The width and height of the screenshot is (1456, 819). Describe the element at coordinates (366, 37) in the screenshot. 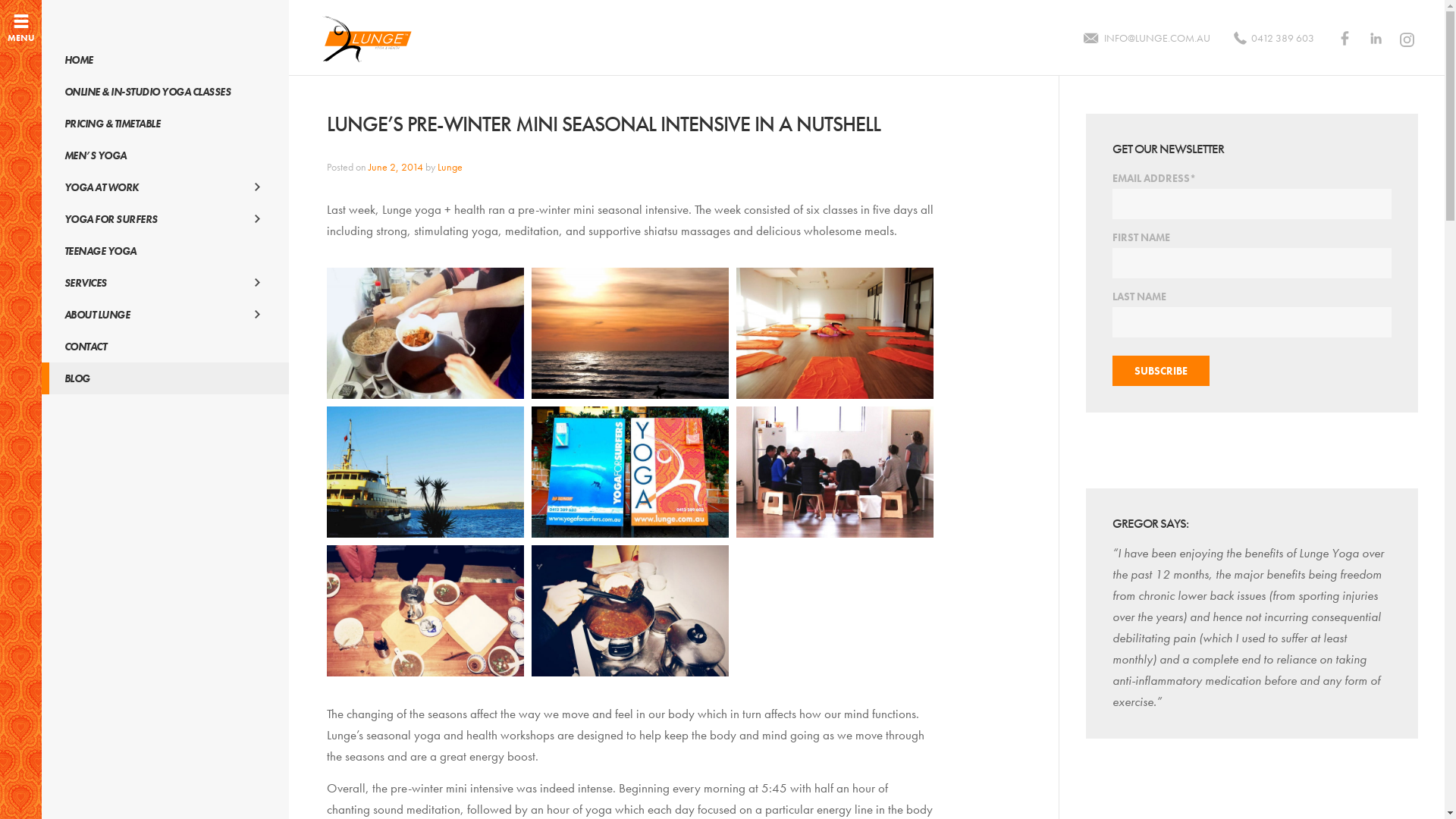

I see `'LUNGE YOGA AND HEALTH'` at that location.